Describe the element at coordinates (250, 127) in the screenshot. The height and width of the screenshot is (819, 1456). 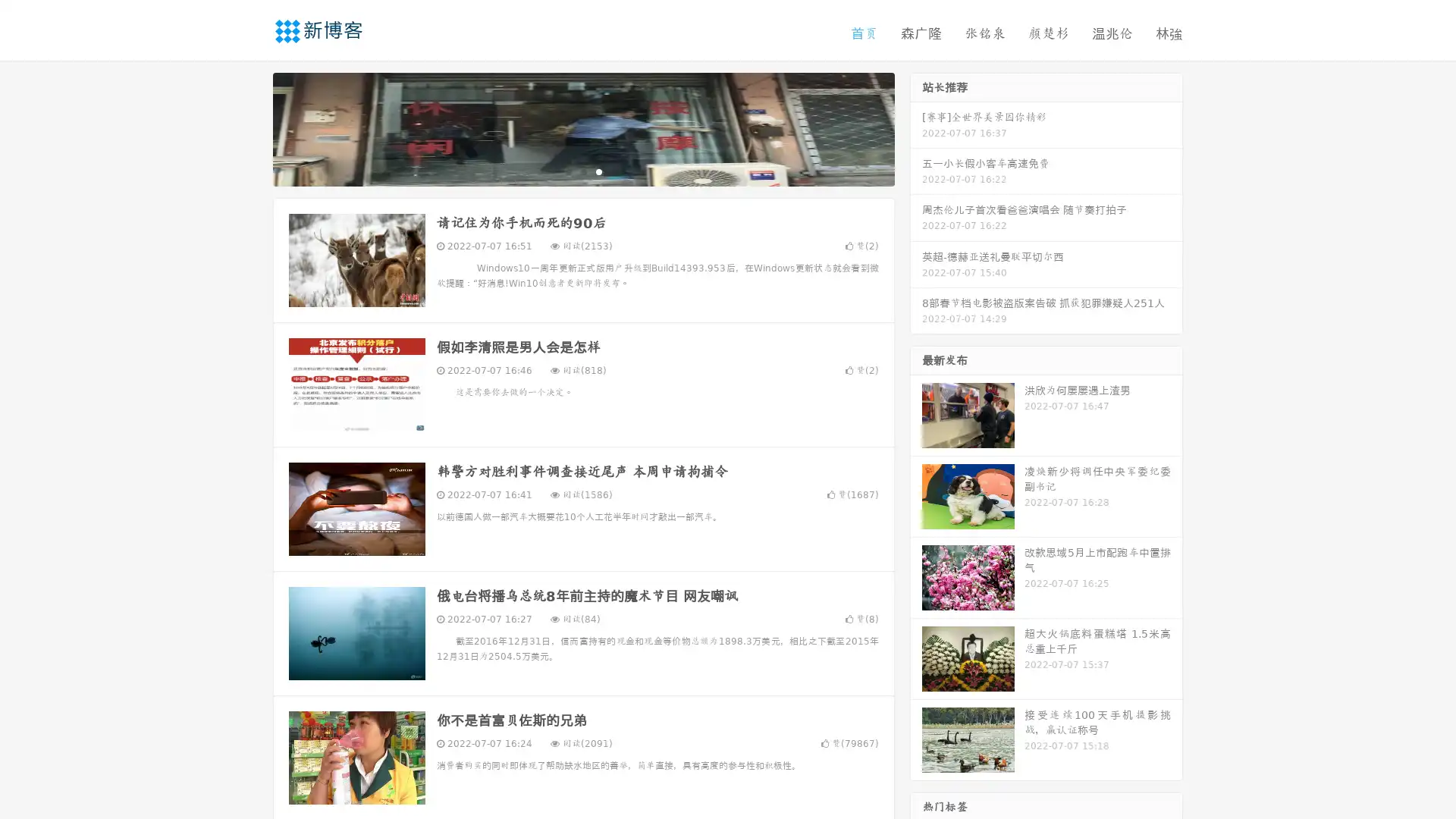
I see `Previous slide` at that location.